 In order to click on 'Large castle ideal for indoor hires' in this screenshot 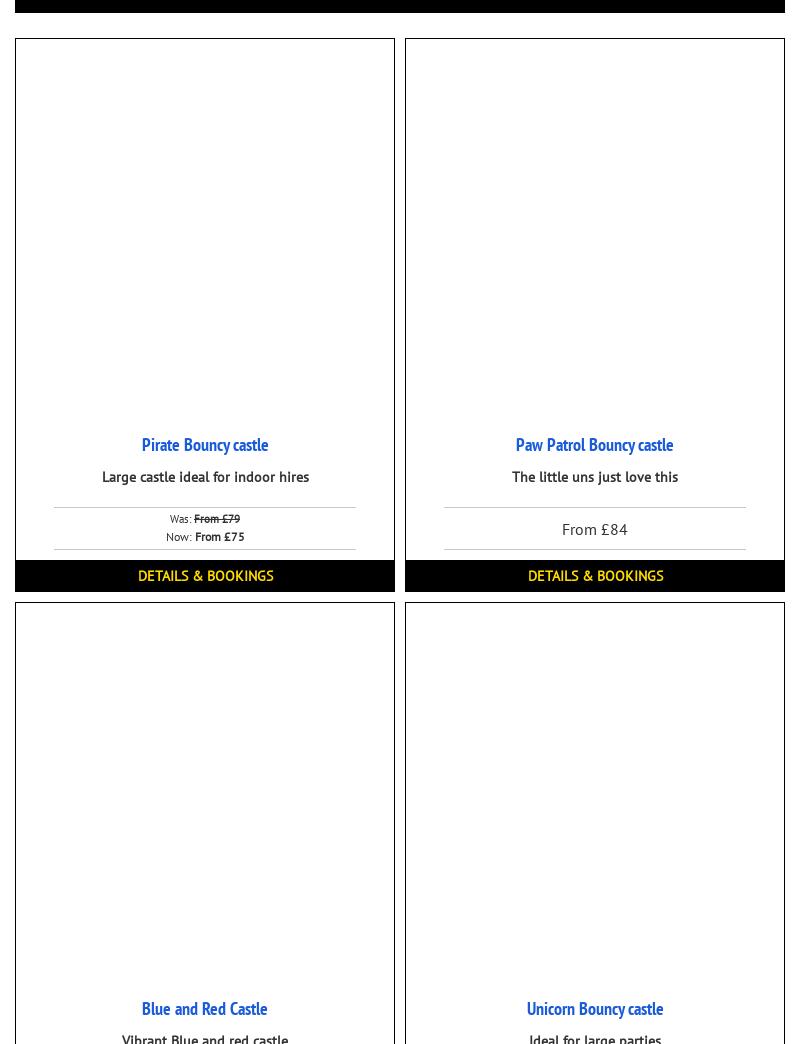, I will do `click(204, 477)`.